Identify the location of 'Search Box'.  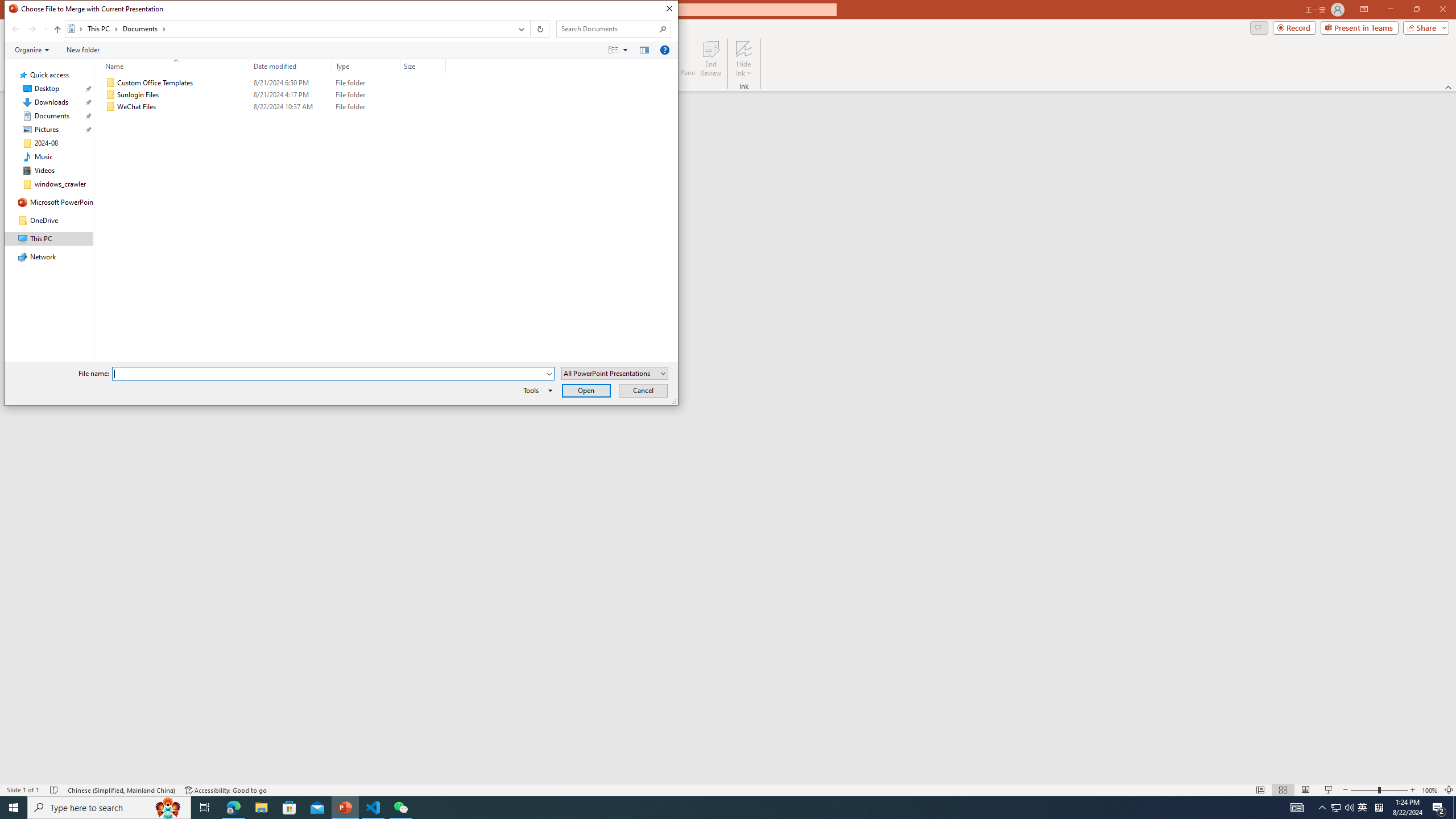
(607, 28).